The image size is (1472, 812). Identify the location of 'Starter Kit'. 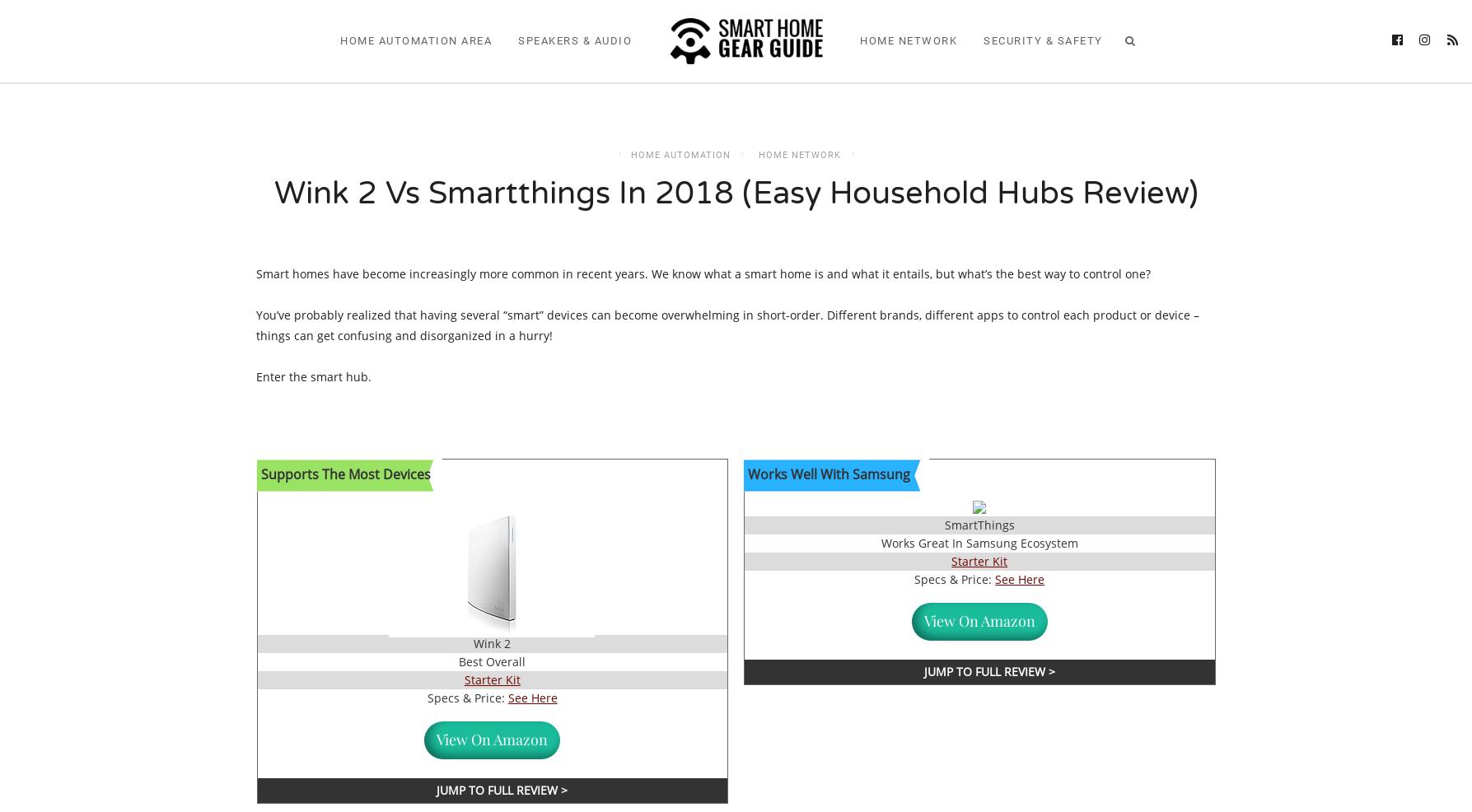
(491, 679).